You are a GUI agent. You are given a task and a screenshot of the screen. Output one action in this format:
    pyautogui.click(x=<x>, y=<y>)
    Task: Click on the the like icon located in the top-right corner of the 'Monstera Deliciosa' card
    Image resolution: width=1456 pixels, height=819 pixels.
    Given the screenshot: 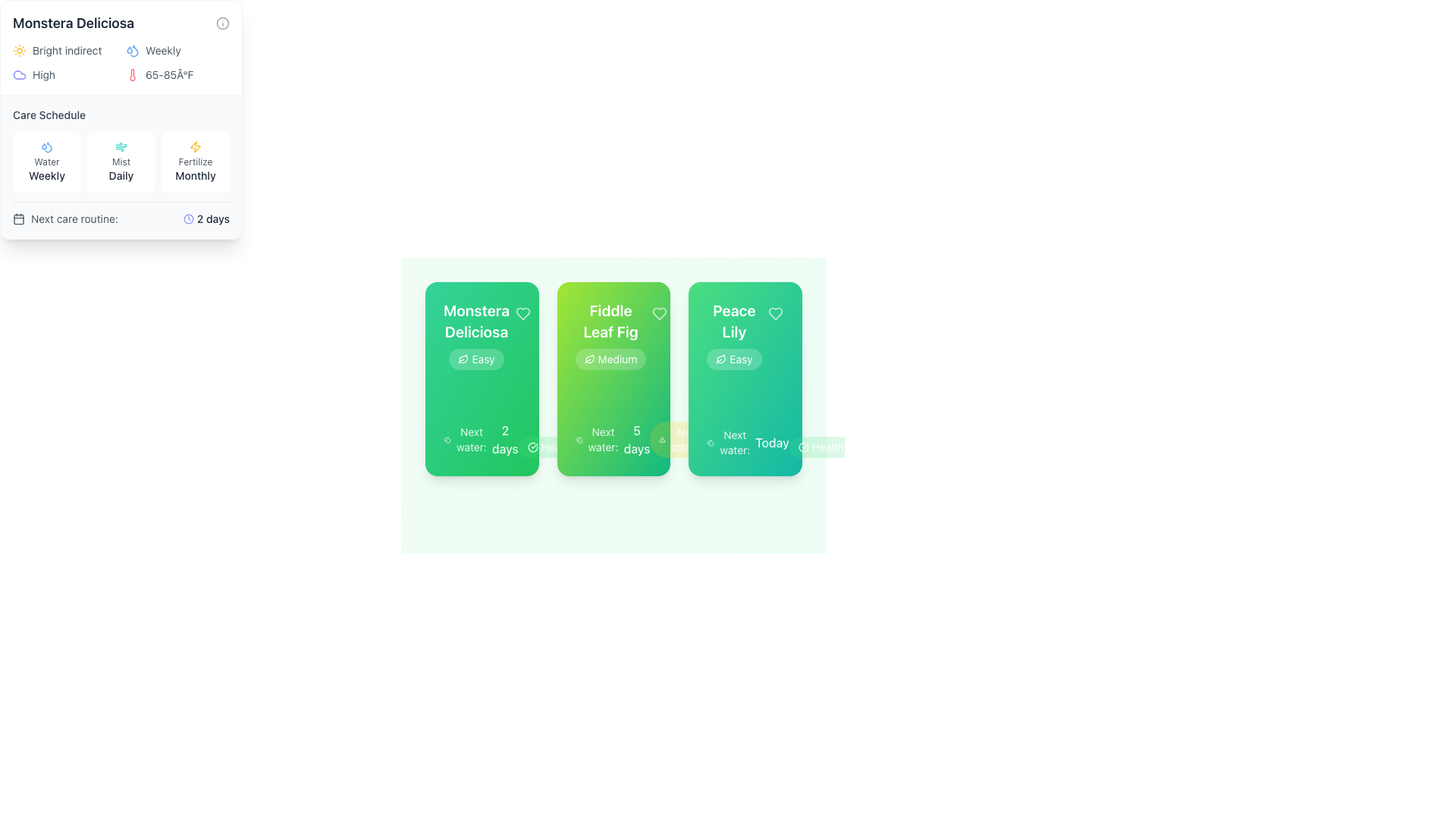 What is the action you would take?
    pyautogui.click(x=523, y=312)
    